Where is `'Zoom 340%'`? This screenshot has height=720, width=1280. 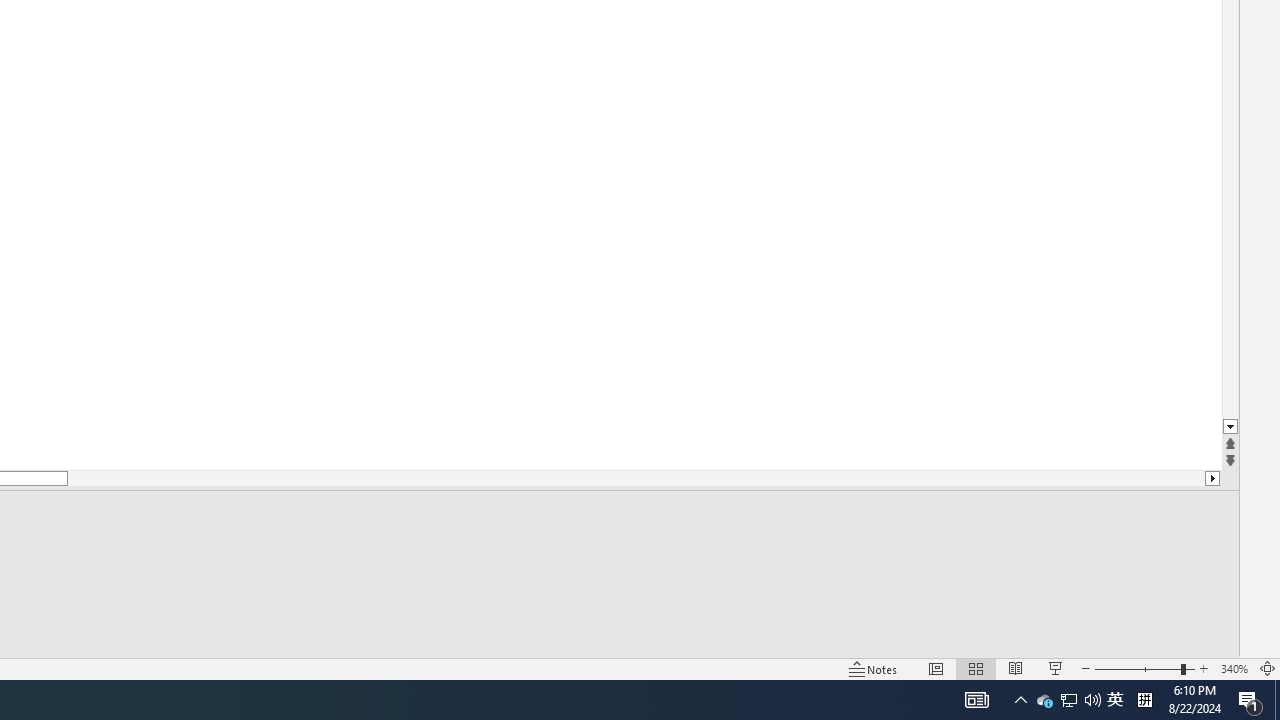
'Zoom 340%' is located at coordinates (1233, 669).